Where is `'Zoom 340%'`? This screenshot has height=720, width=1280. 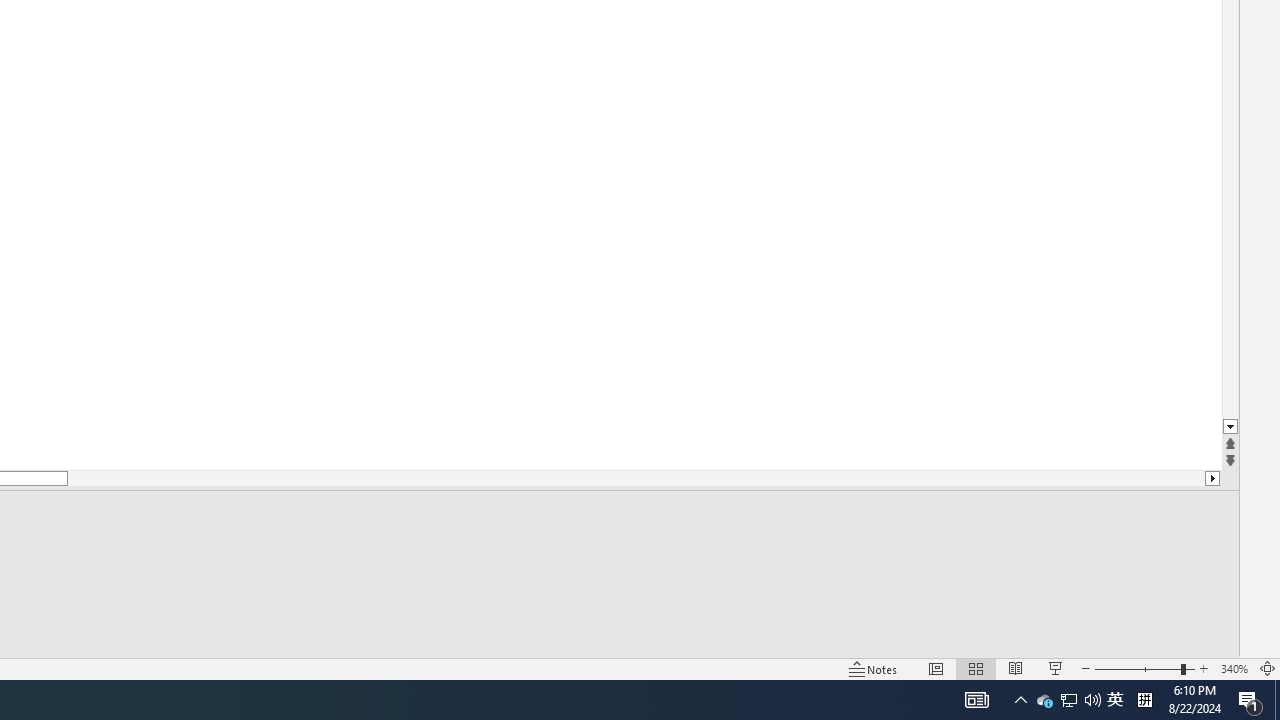
'Zoom 340%' is located at coordinates (1233, 669).